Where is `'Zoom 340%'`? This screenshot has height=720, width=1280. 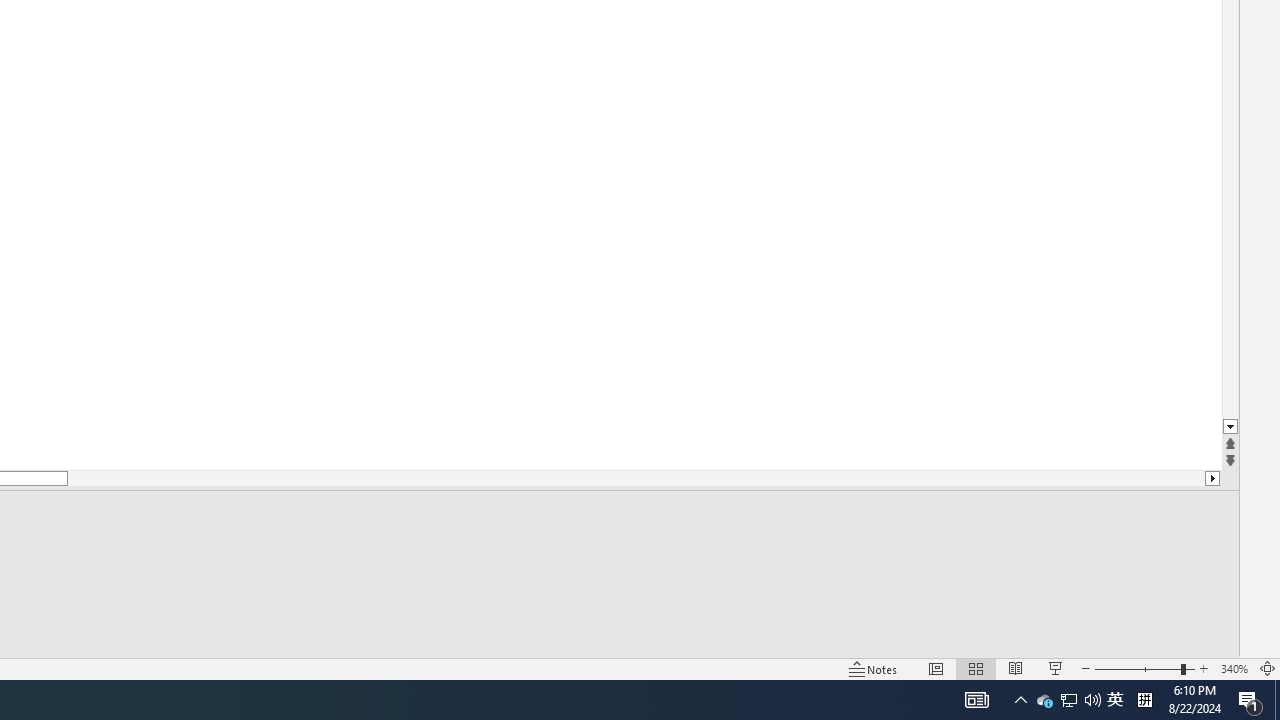
'Zoom 340%' is located at coordinates (1233, 669).